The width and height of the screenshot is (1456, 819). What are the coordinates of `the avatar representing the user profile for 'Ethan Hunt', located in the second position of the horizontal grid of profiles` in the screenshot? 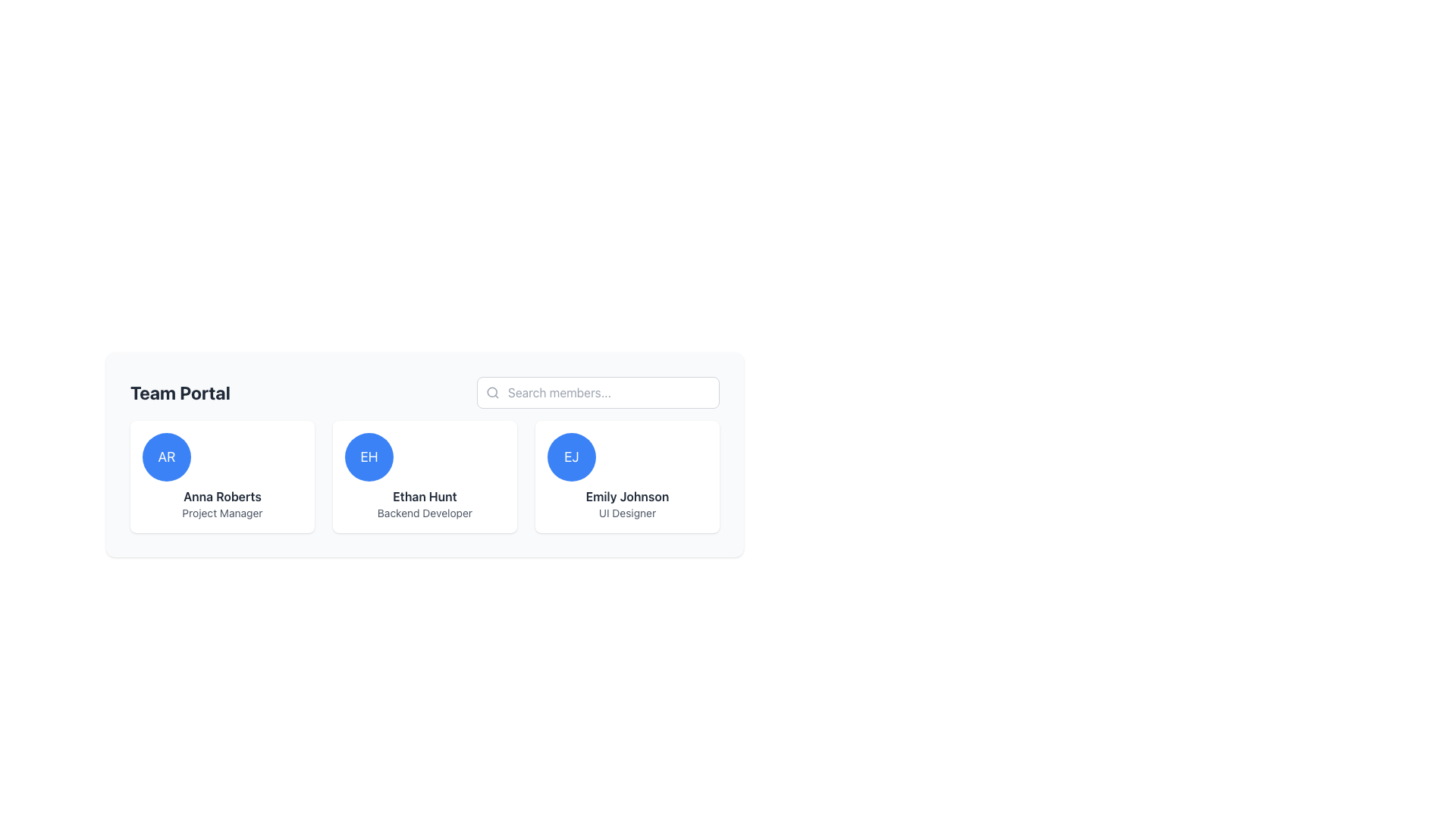 It's located at (369, 456).